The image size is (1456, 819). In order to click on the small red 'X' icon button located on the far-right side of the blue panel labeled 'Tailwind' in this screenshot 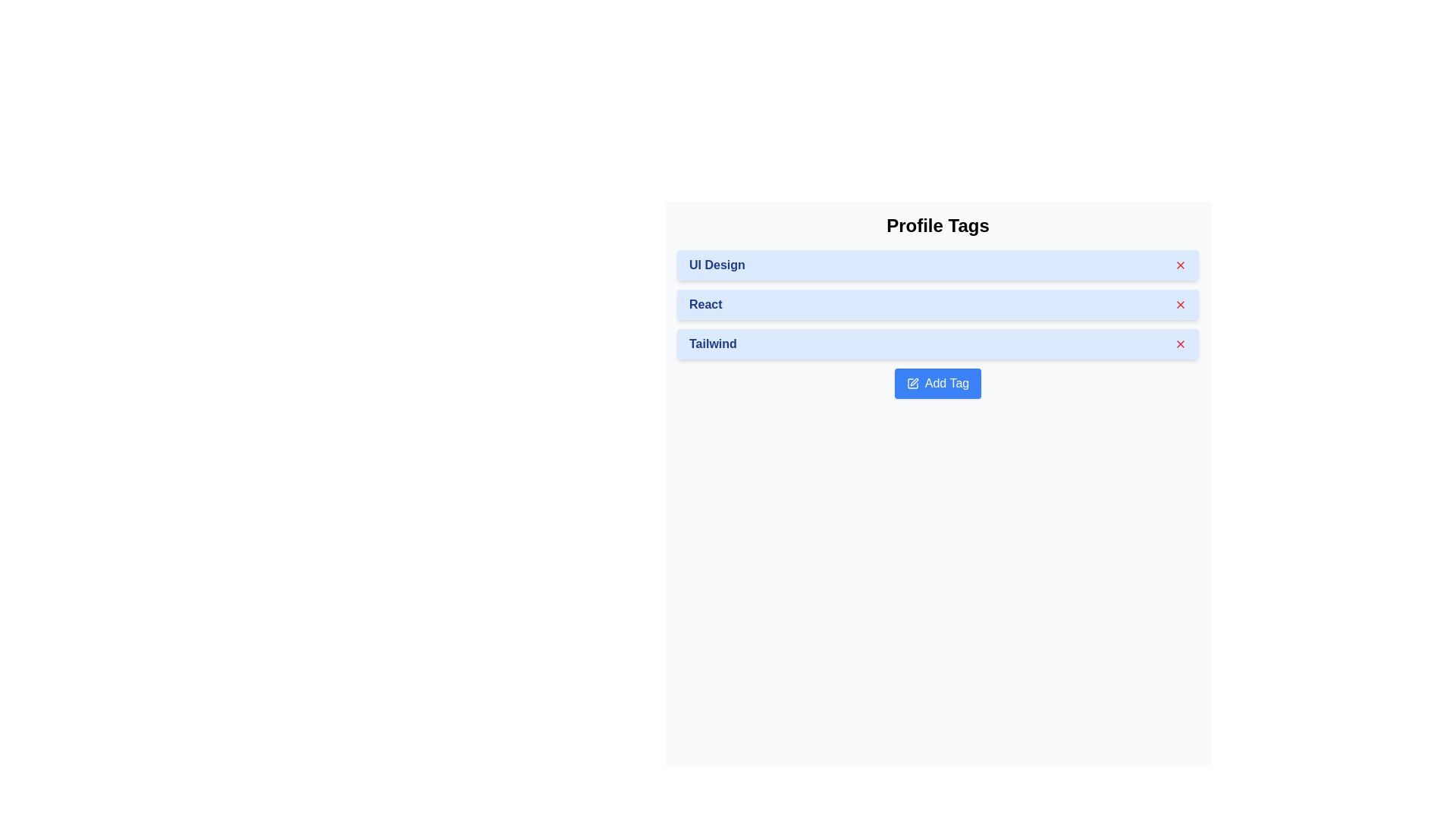, I will do `click(1179, 344)`.